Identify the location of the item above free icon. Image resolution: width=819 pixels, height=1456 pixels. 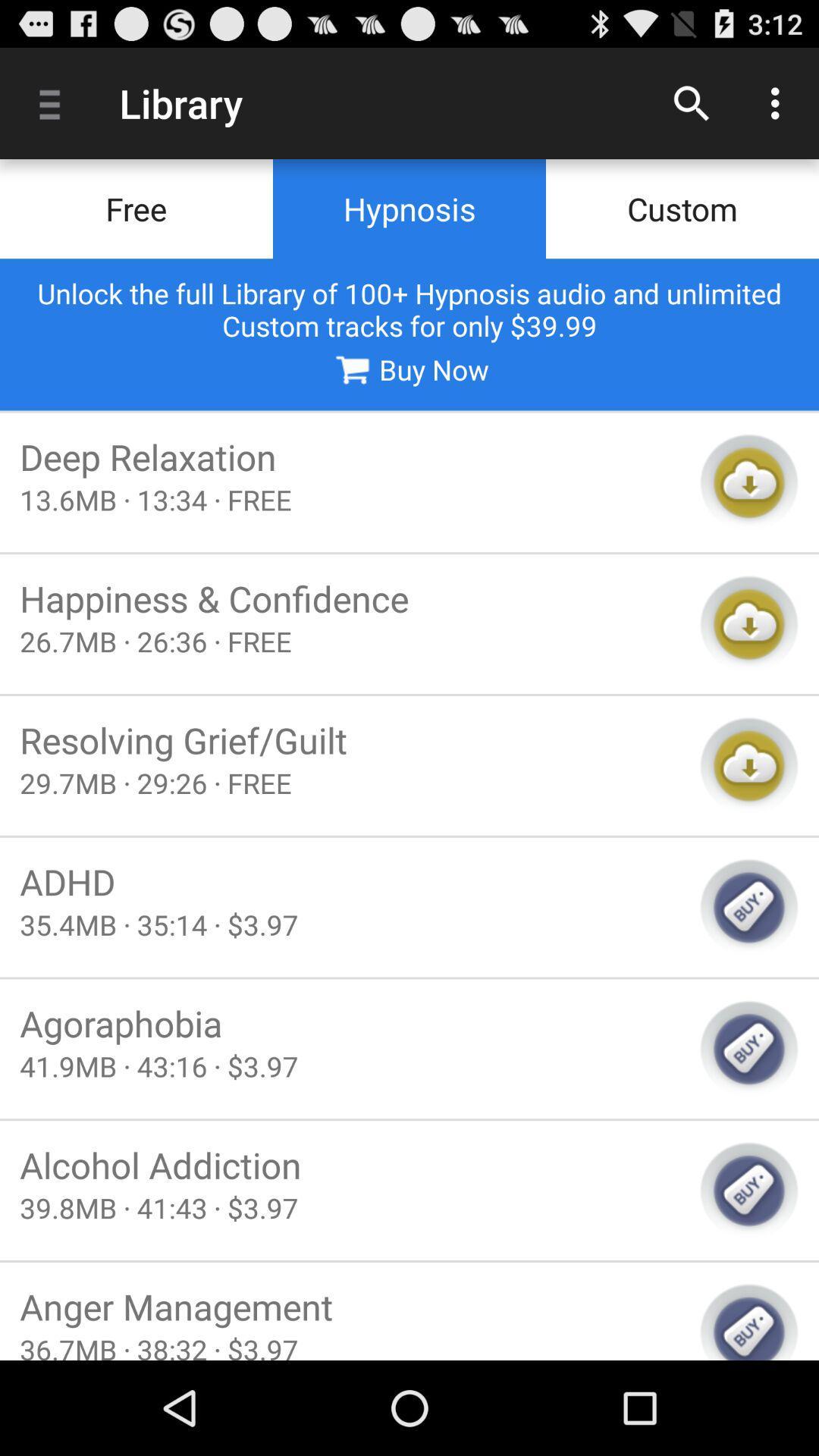
(55, 102).